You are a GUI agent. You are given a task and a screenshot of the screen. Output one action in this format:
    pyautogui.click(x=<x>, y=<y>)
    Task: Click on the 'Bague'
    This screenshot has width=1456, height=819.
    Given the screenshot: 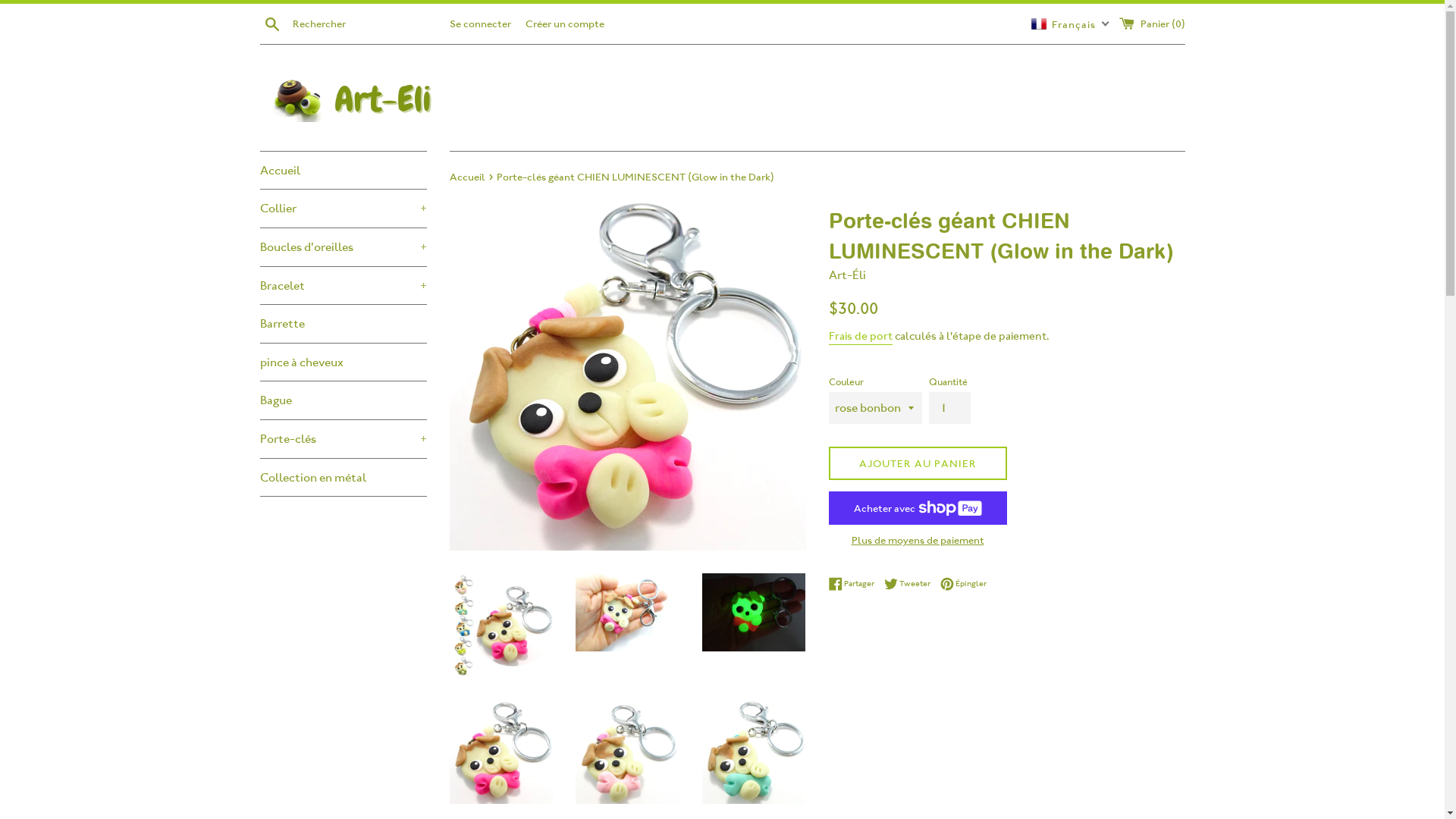 What is the action you would take?
    pyautogui.click(x=341, y=400)
    